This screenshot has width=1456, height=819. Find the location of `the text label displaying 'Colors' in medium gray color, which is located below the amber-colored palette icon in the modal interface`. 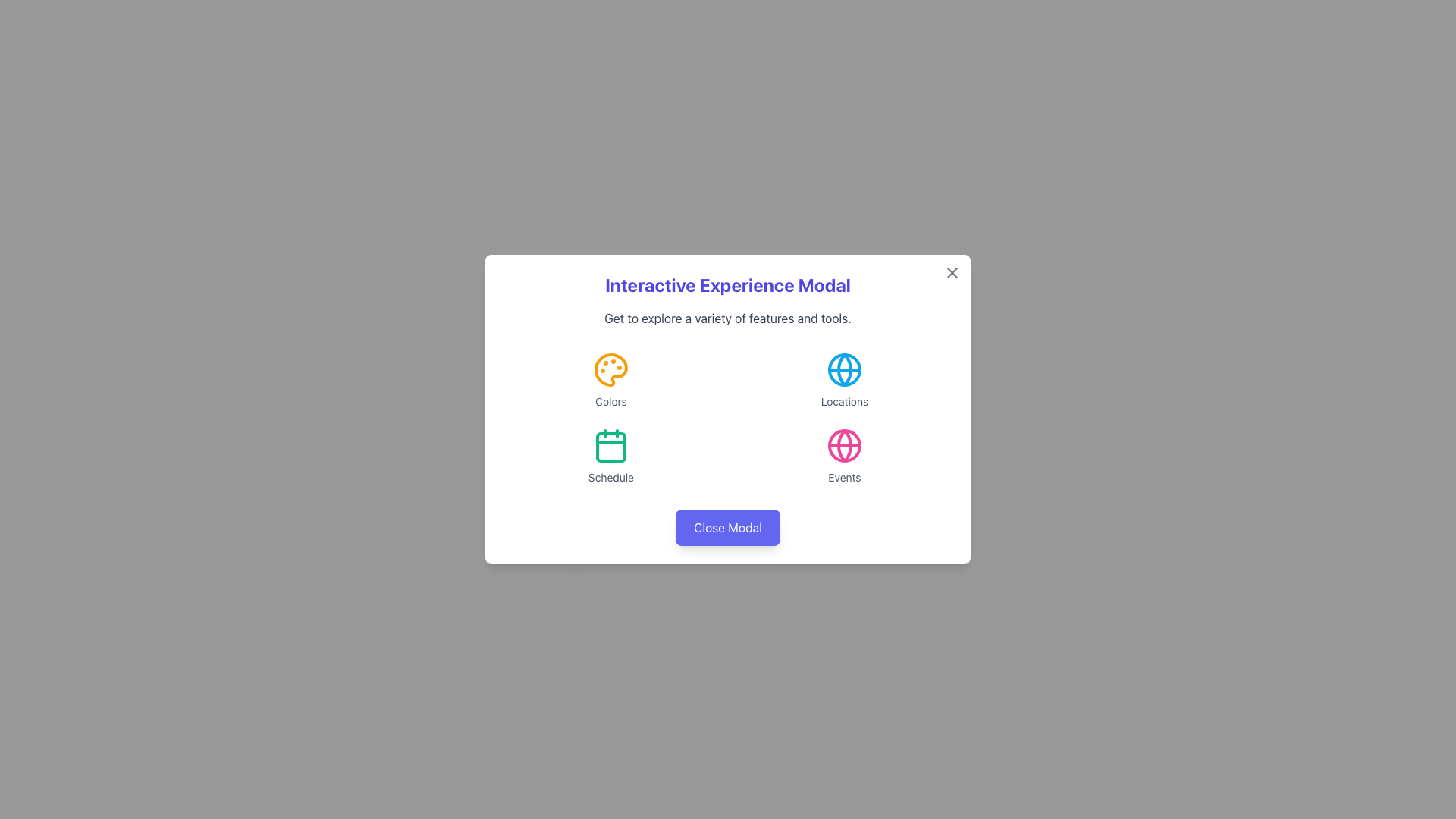

the text label displaying 'Colors' in medium gray color, which is located below the amber-colored palette icon in the modal interface is located at coordinates (611, 400).